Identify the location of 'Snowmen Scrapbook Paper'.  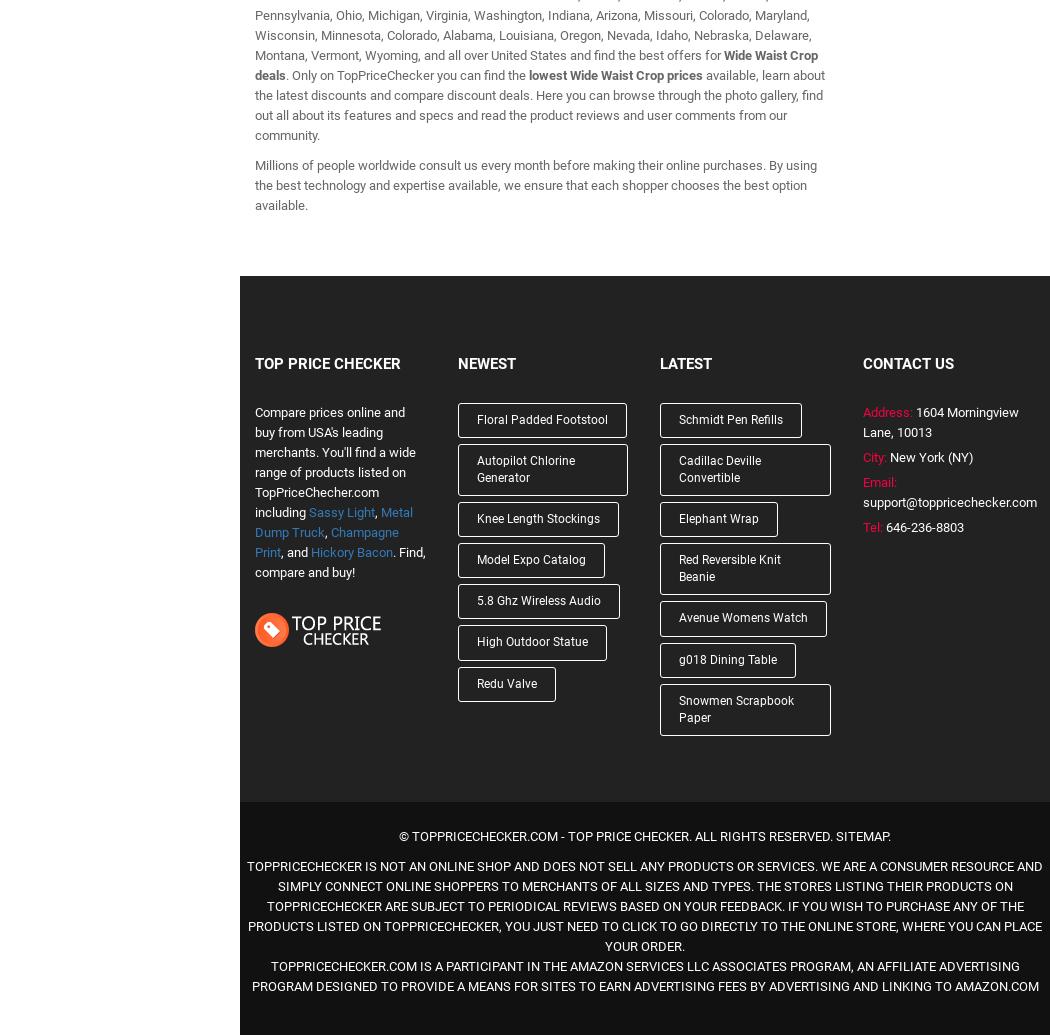
(735, 707).